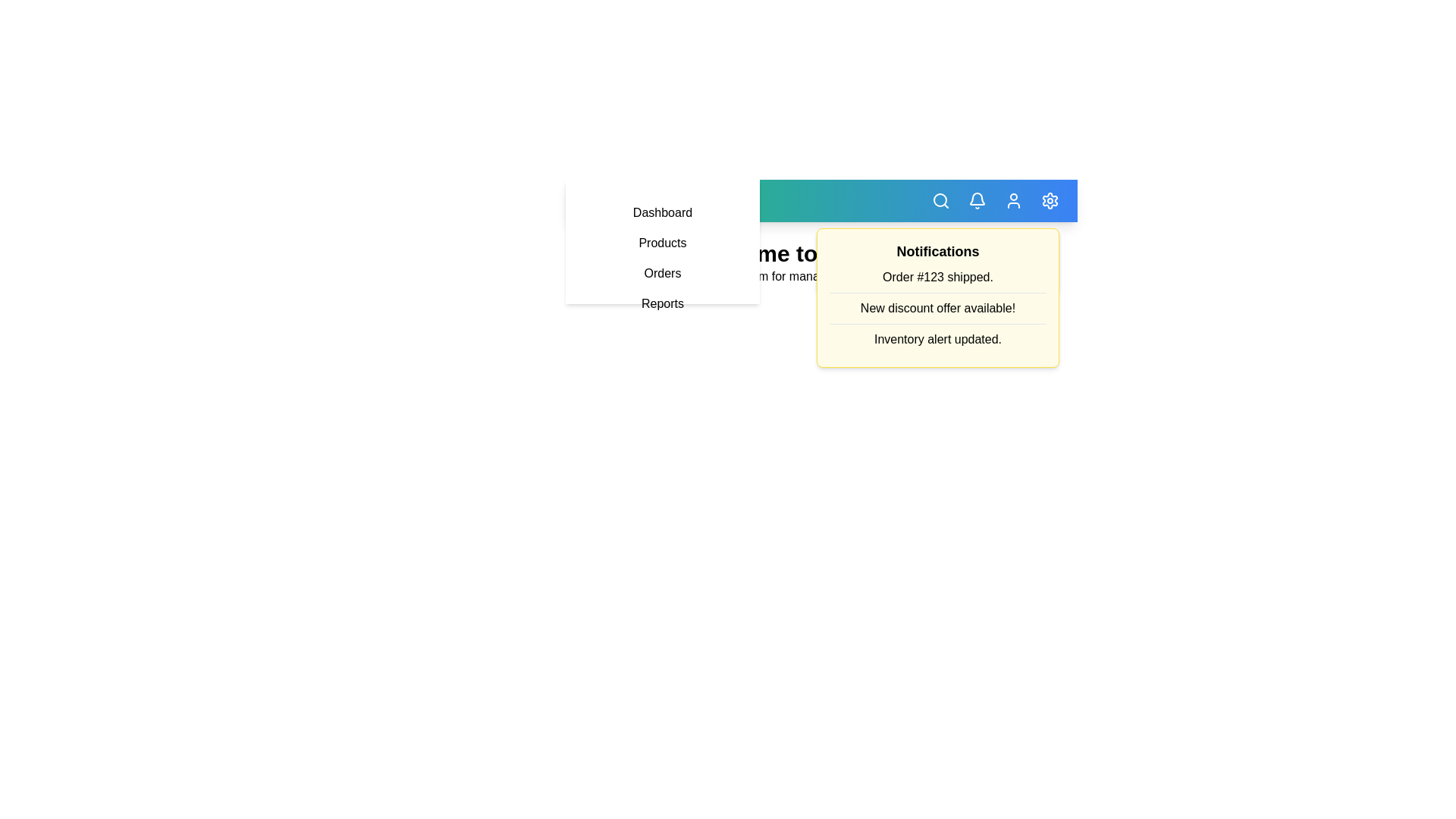 This screenshot has height=819, width=1456. What do you see at coordinates (662, 257) in the screenshot?
I see `the 'Products' menu item located in the left sidebar` at bounding box center [662, 257].